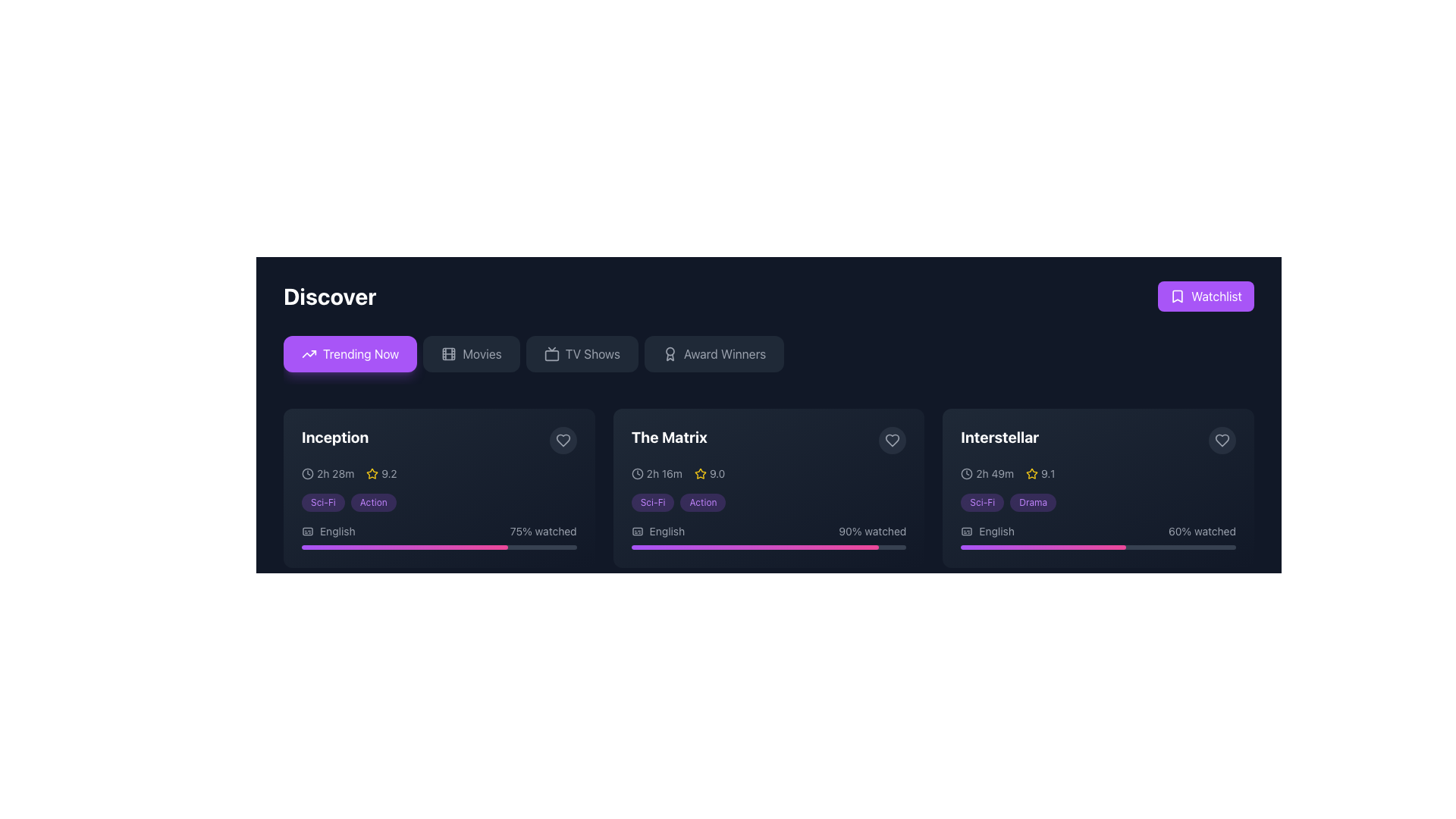  What do you see at coordinates (966, 531) in the screenshot?
I see `the icon indicating the availability of captions or subtitles for the media content labeled 'Interstellar', located to the left of the text 'English'` at bounding box center [966, 531].